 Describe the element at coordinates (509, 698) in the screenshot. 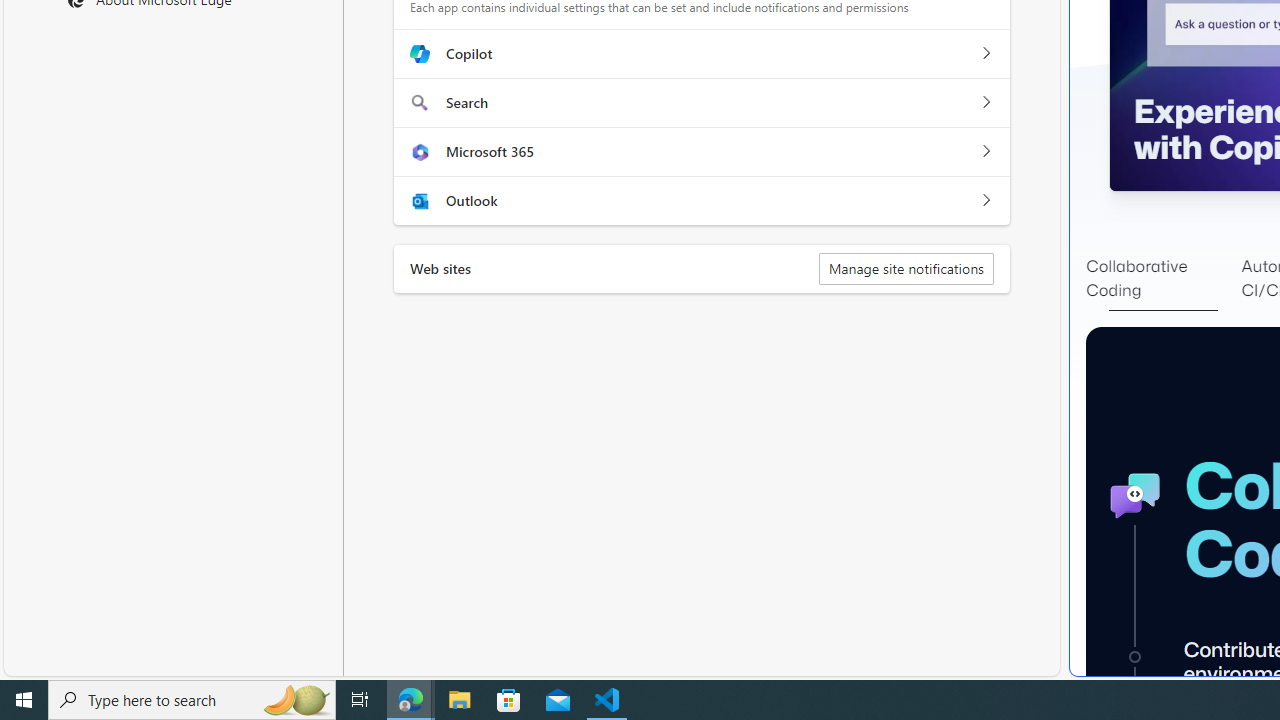

I see `'Microsoft Store'` at that location.